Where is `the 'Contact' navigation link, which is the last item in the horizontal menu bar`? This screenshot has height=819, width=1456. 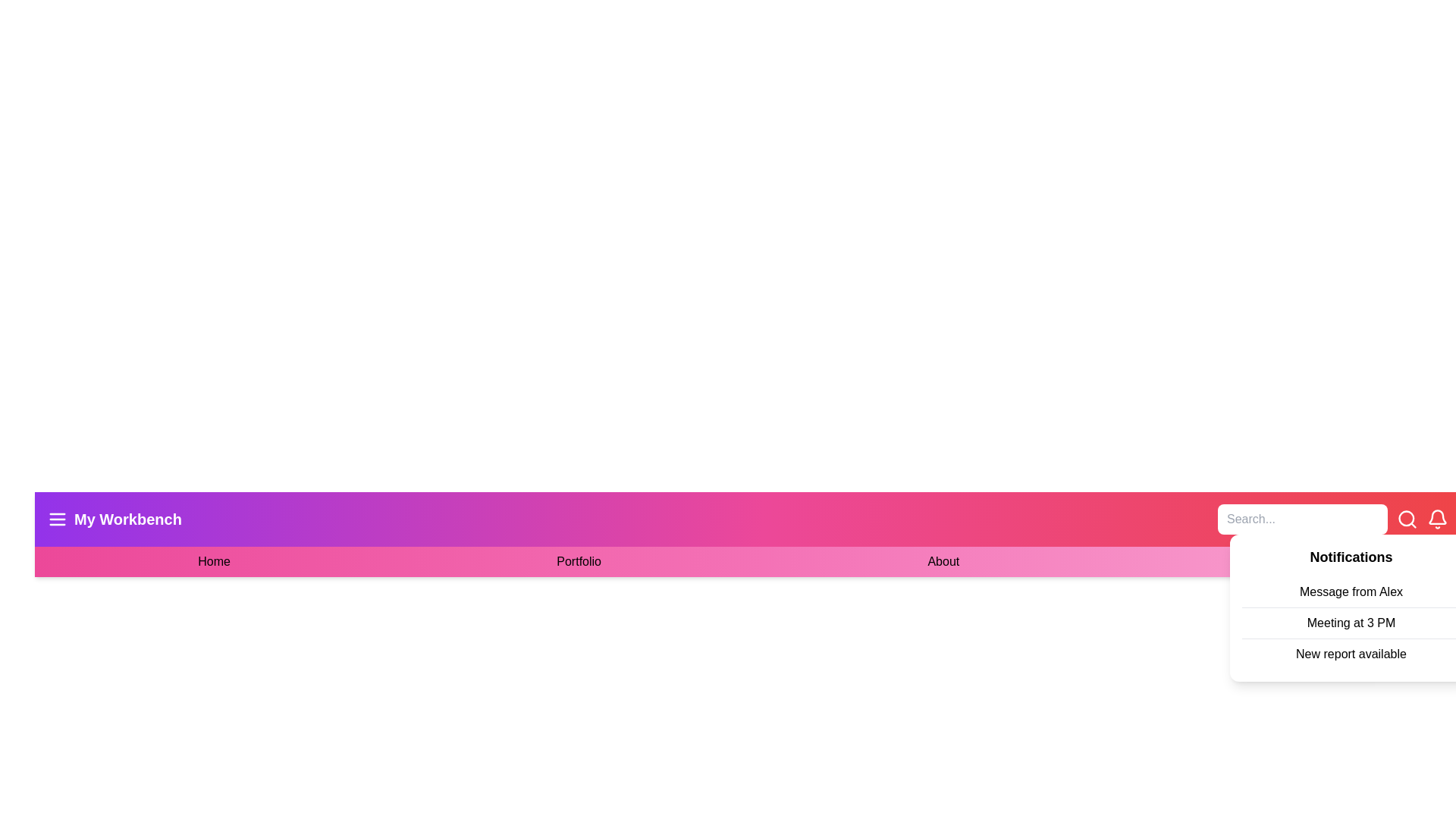
the 'Contact' navigation link, which is the last item in the horizontal menu bar is located at coordinates (1306, 561).